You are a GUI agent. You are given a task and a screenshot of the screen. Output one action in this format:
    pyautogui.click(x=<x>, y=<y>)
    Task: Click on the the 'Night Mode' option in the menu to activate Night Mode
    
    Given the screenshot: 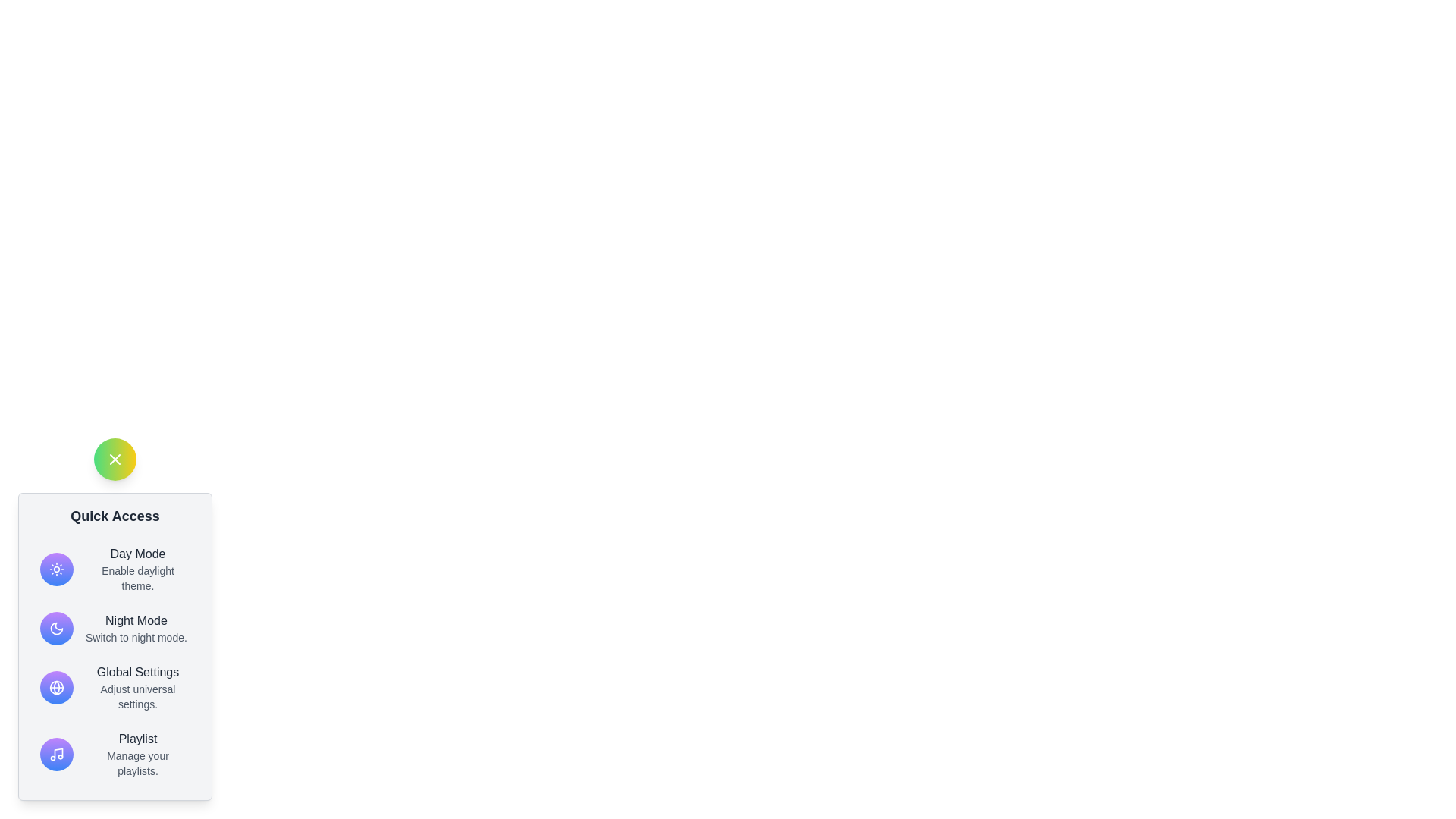 What is the action you would take?
    pyautogui.click(x=115, y=629)
    